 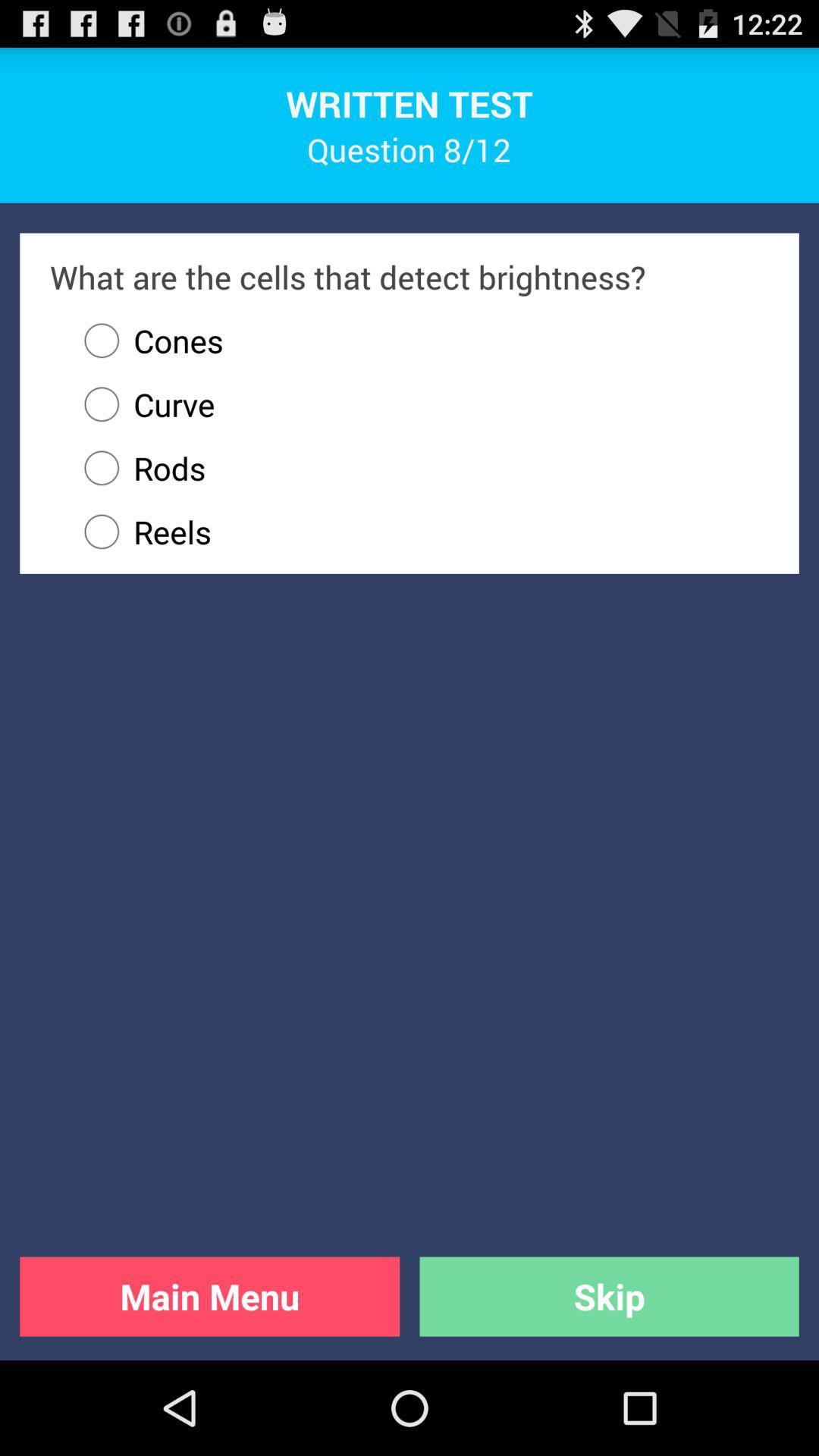 I want to click on the rods radio button, so click(x=419, y=467).